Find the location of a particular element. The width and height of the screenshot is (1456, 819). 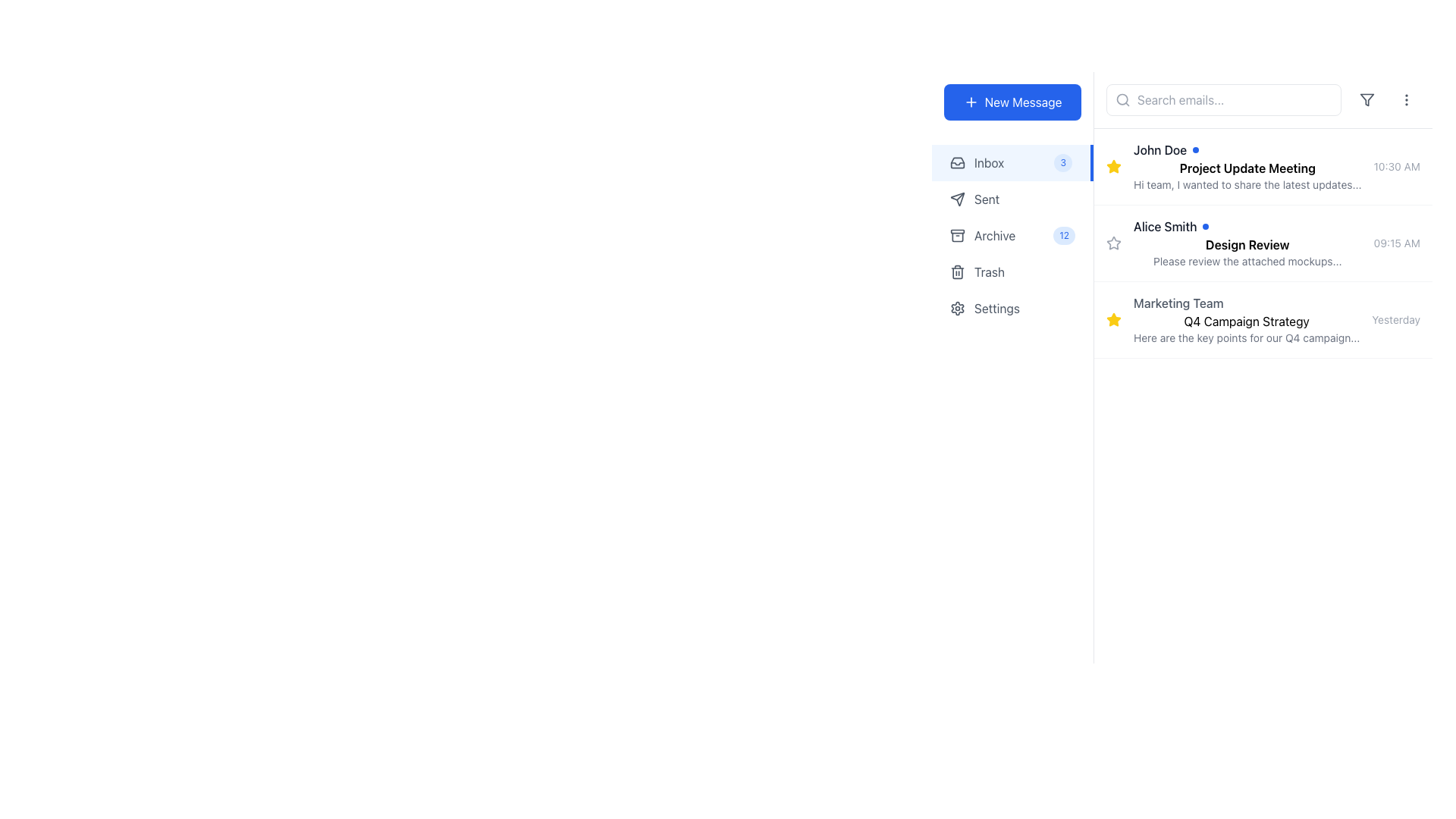

the gear icon in the settings menu located on the left sidebar, positioned below the 'Trash' option is located at coordinates (956, 308).